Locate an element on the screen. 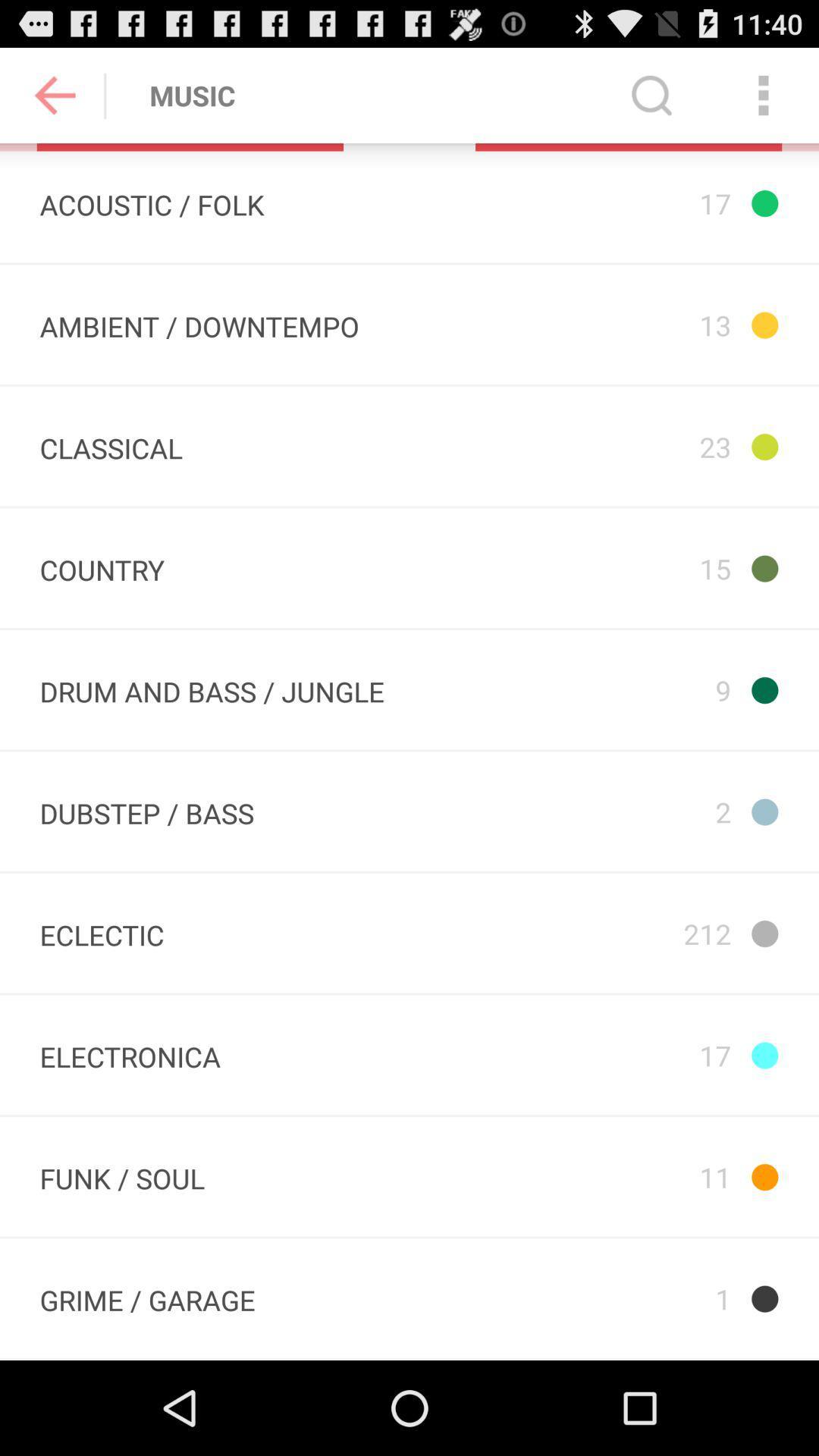 The height and width of the screenshot is (1456, 819). item below 11 icon is located at coordinates (628, 1298).